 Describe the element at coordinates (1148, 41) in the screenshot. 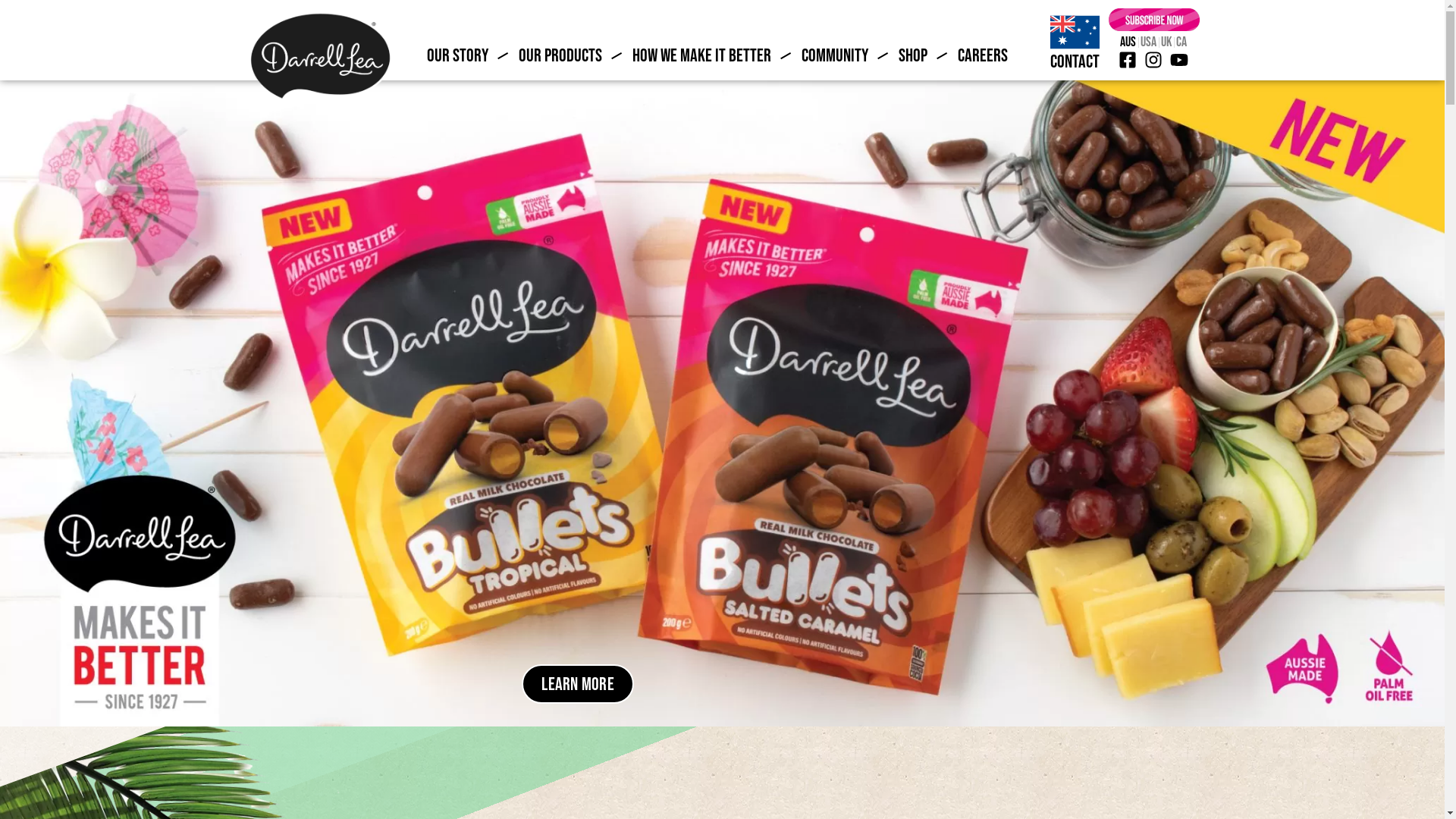

I see `'USA'` at that location.